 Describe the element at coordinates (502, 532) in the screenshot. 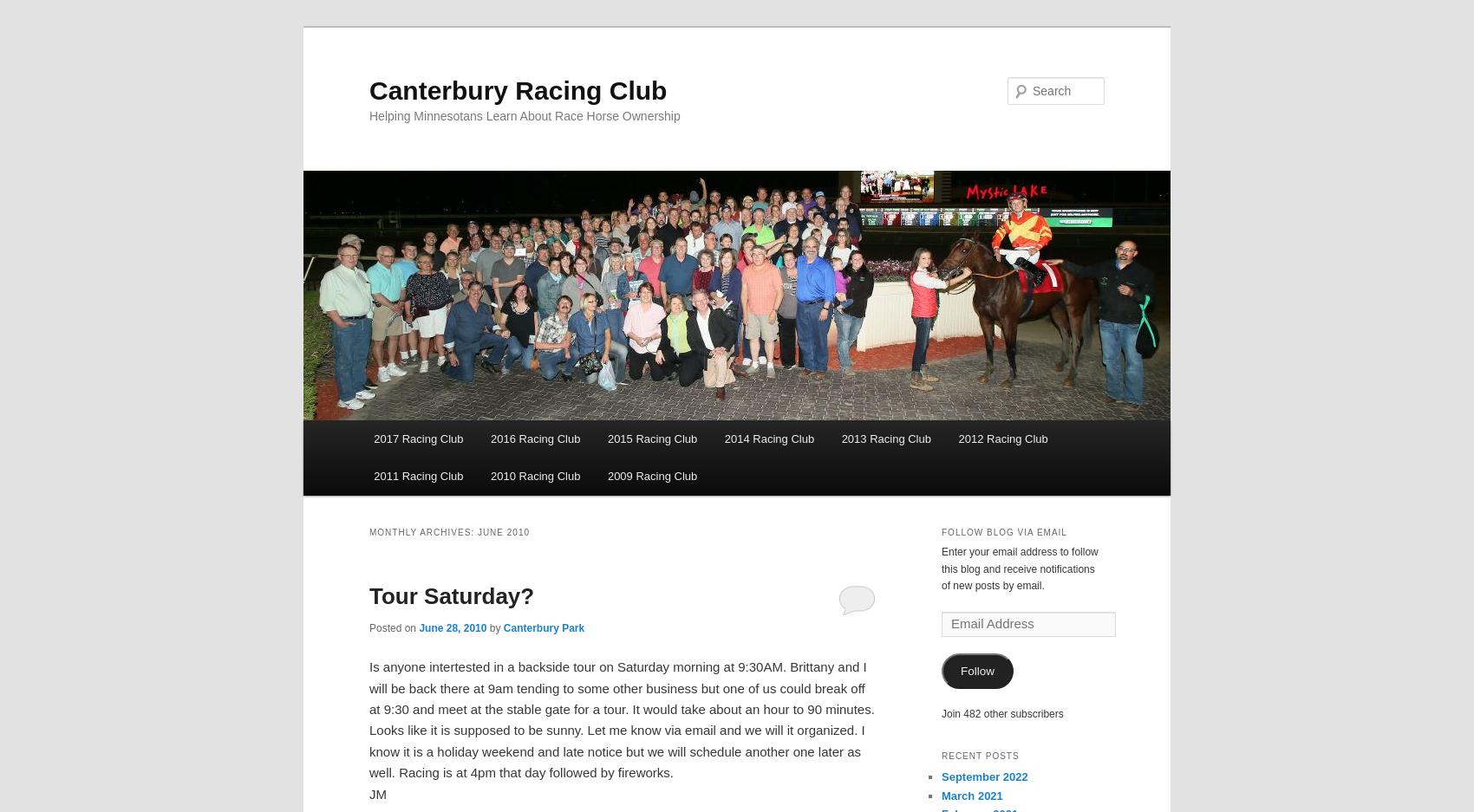

I see `'June 2010'` at that location.